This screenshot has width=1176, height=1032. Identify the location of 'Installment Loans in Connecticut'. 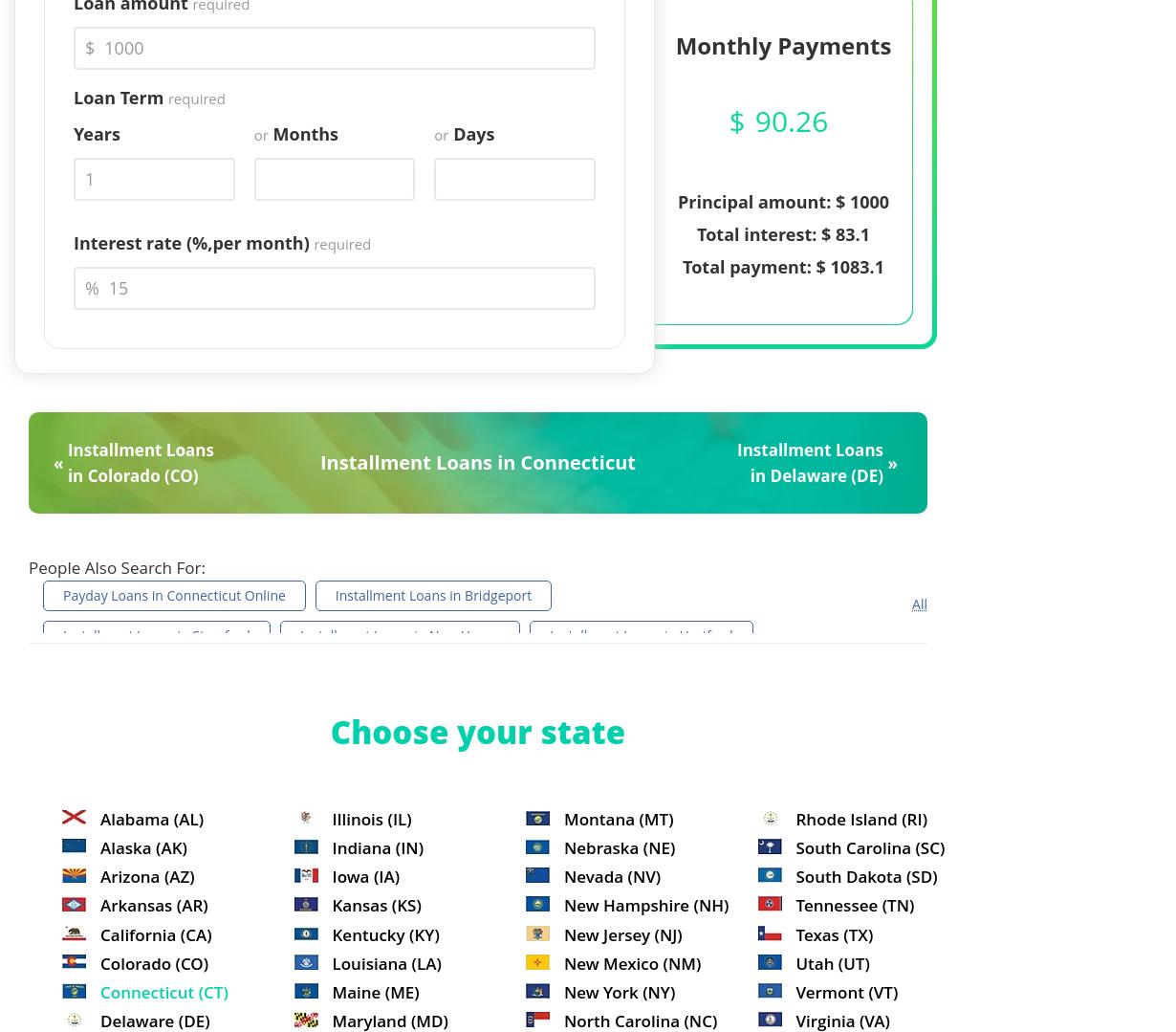
(476, 461).